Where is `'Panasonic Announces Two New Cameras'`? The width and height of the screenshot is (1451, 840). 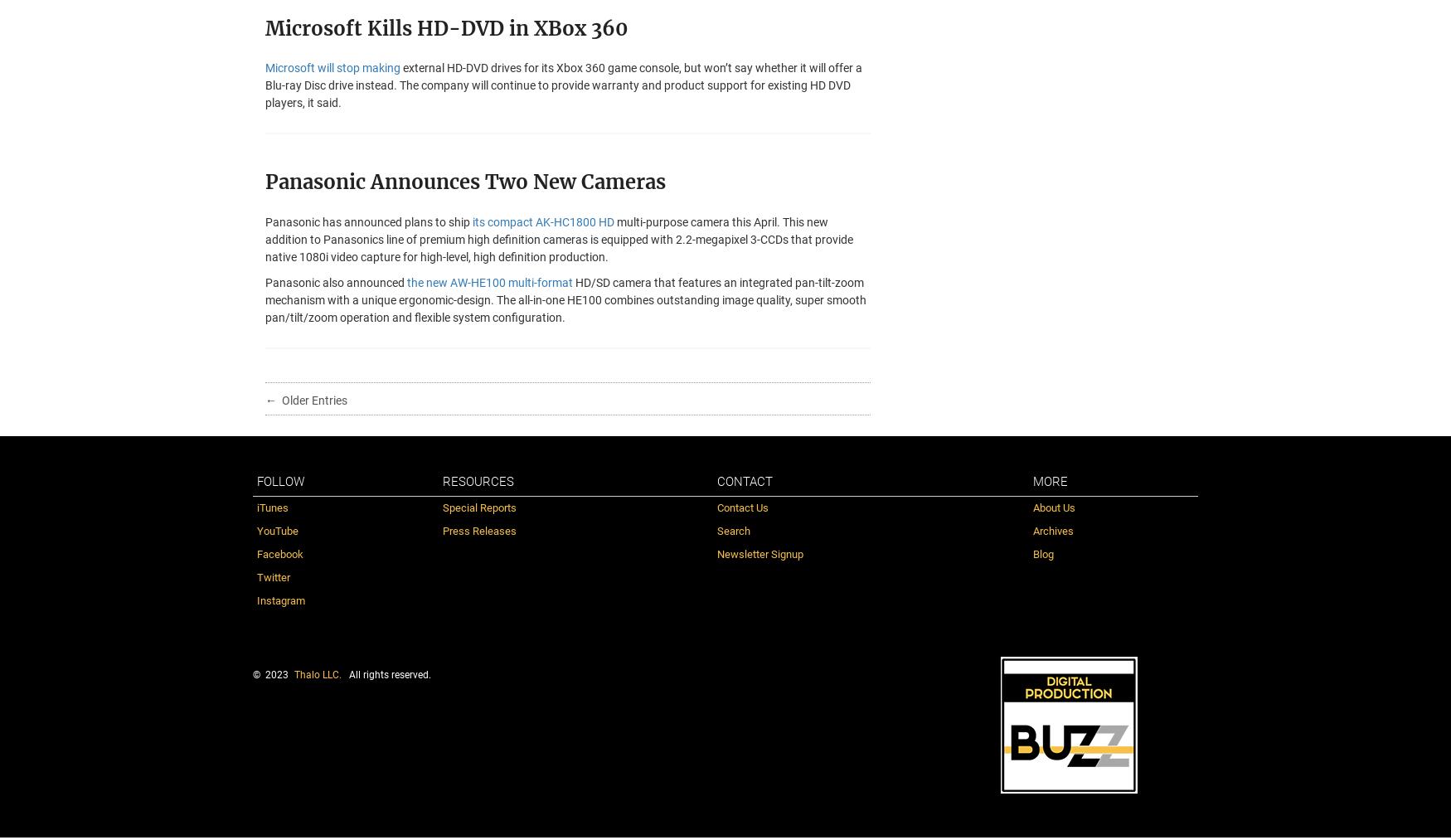
'Panasonic Announces Two New Cameras' is located at coordinates (464, 181).